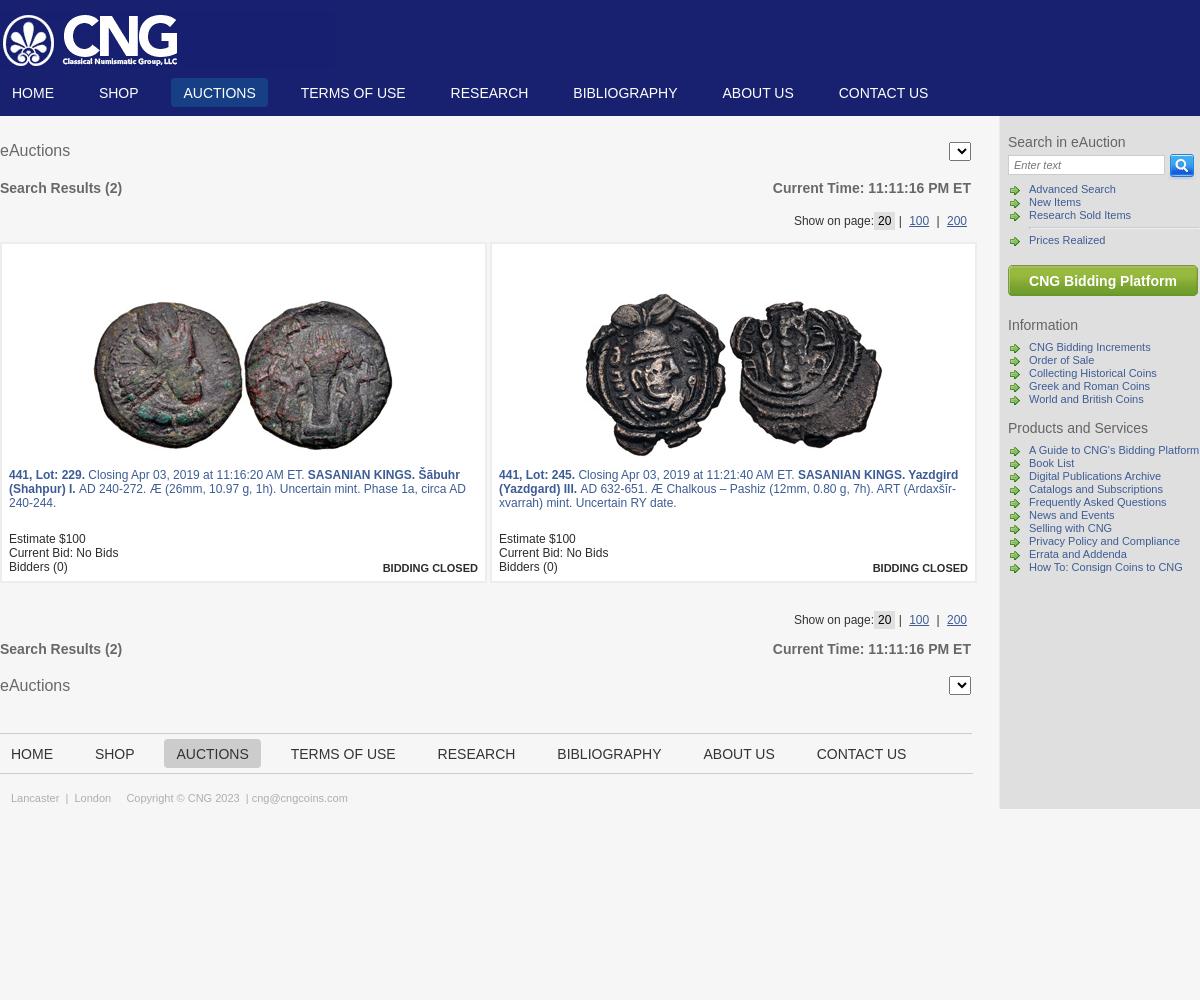 This screenshot has width=1200, height=1000. What do you see at coordinates (1029, 346) in the screenshot?
I see `'CNG Bidding Increments'` at bounding box center [1029, 346].